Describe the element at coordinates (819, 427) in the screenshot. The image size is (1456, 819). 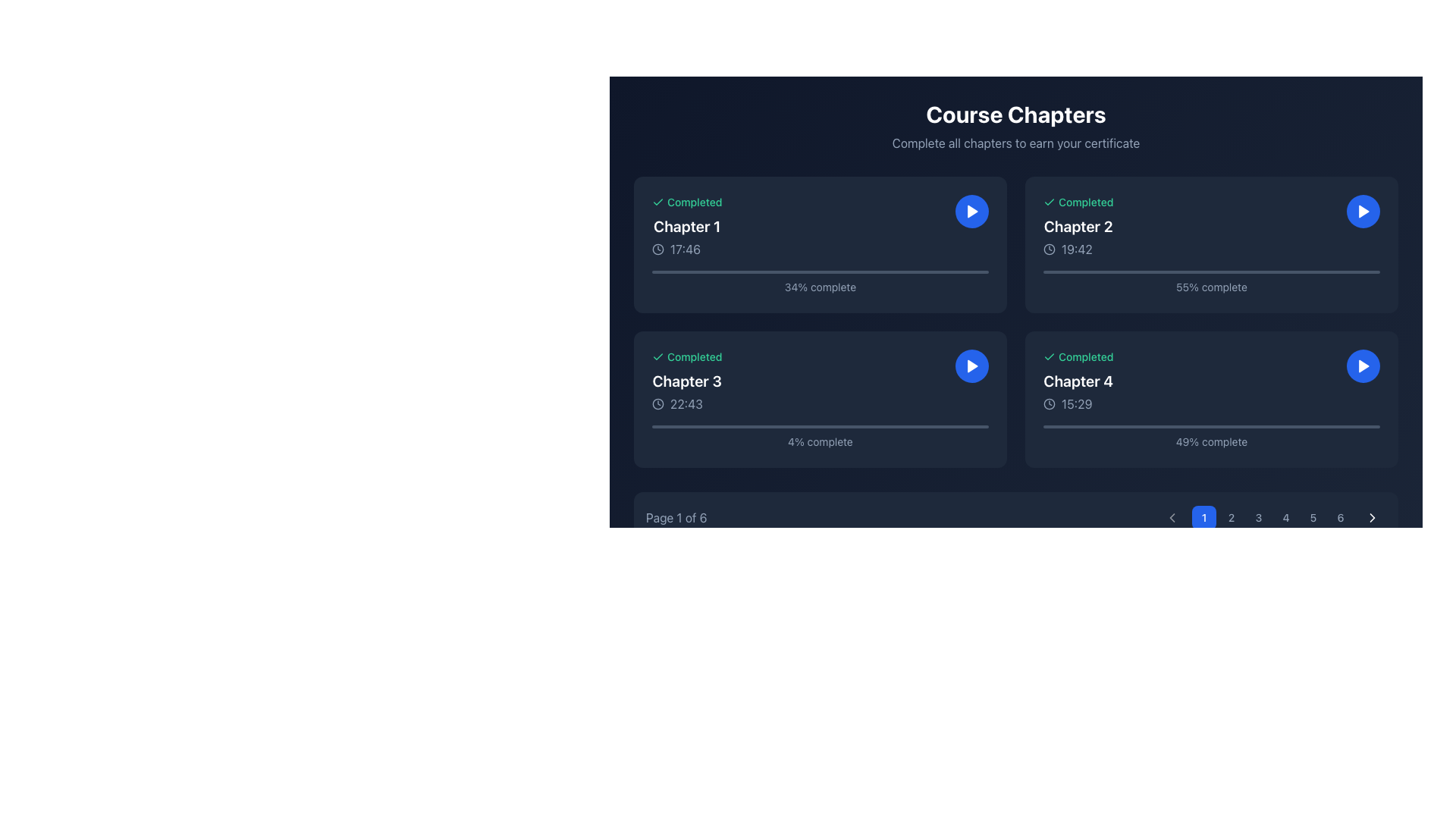
I see `the progress bar located under the text '4% complete' in the 'Chapter 3' card` at that location.